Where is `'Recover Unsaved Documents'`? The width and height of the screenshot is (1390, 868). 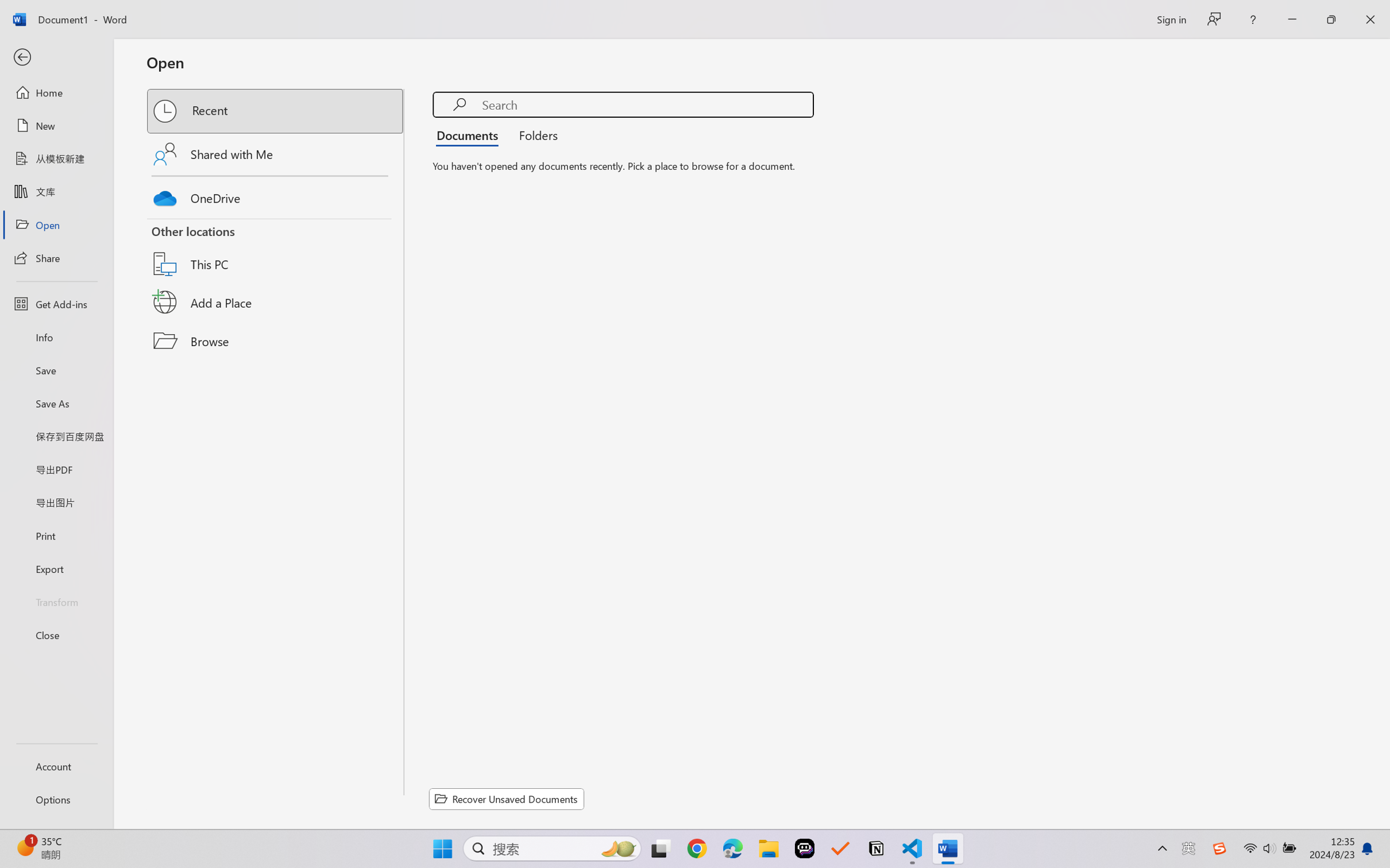
'Recover Unsaved Documents' is located at coordinates (507, 799).